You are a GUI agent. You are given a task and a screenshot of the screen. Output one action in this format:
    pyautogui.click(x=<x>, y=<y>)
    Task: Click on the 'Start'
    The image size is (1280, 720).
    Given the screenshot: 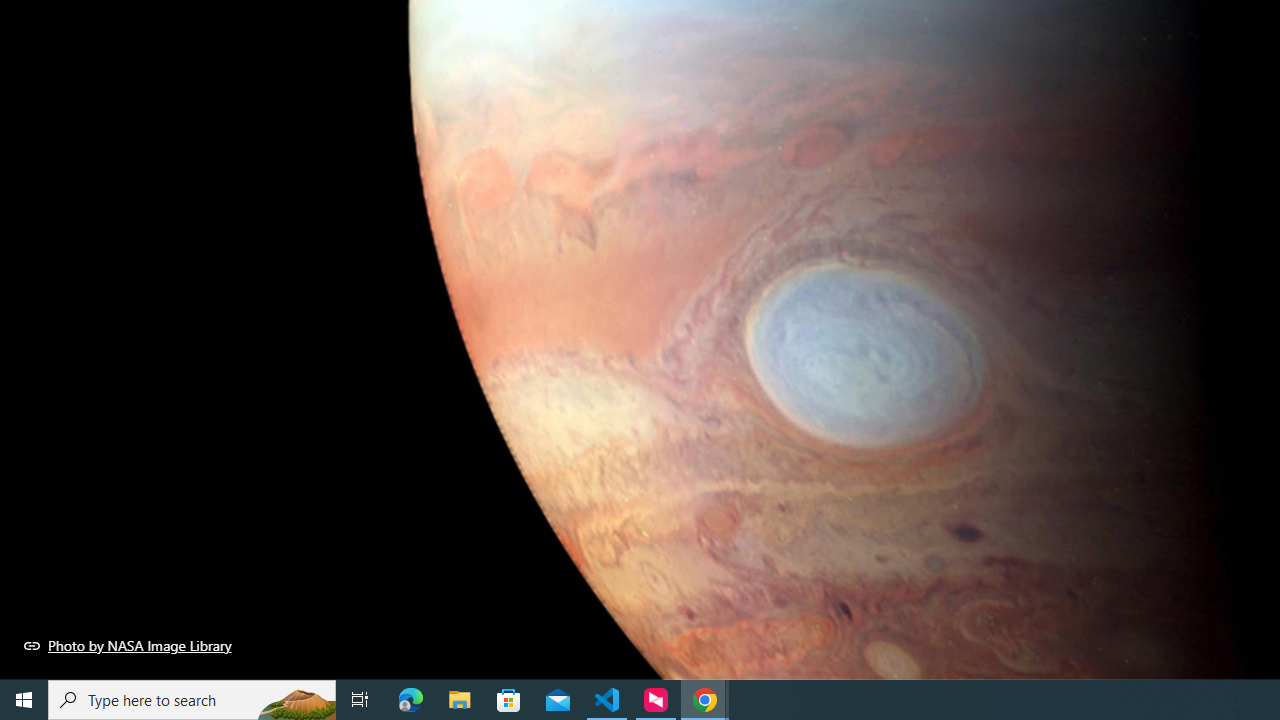 What is the action you would take?
    pyautogui.click(x=24, y=698)
    